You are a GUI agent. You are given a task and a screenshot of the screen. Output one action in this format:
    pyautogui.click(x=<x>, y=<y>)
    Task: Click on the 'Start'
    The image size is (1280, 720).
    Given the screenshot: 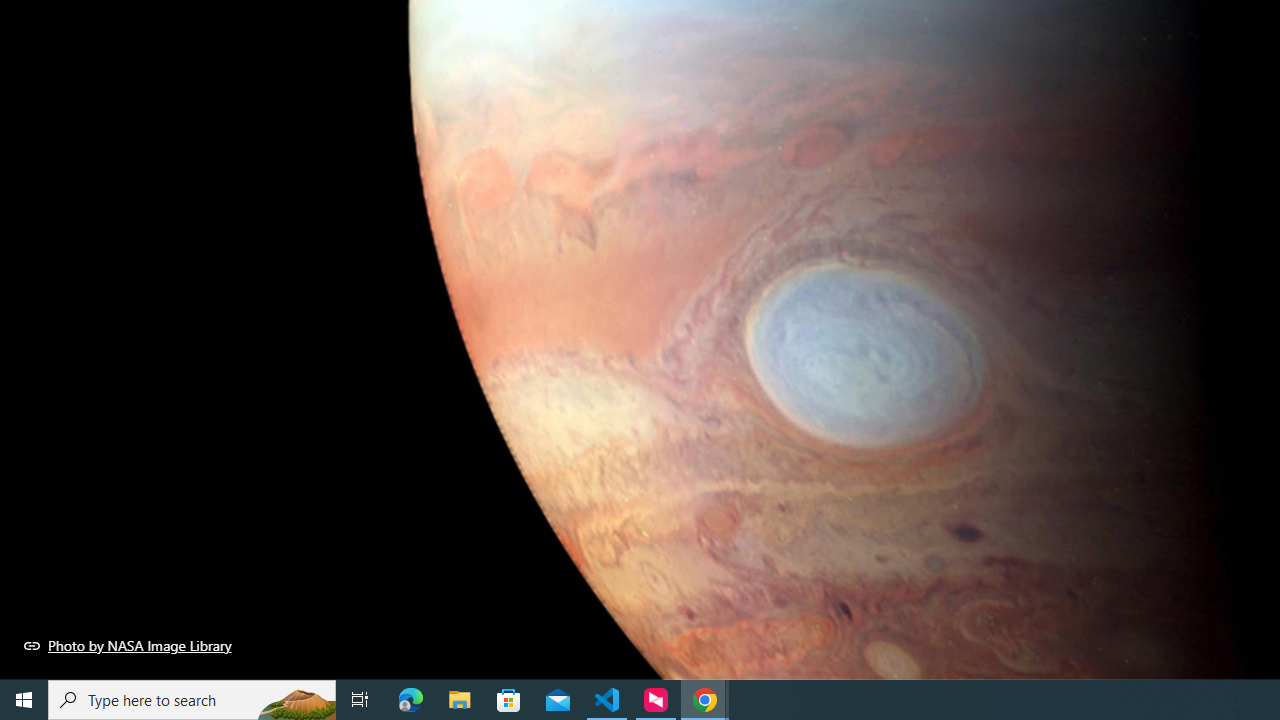 What is the action you would take?
    pyautogui.click(x=24, y=698)
    